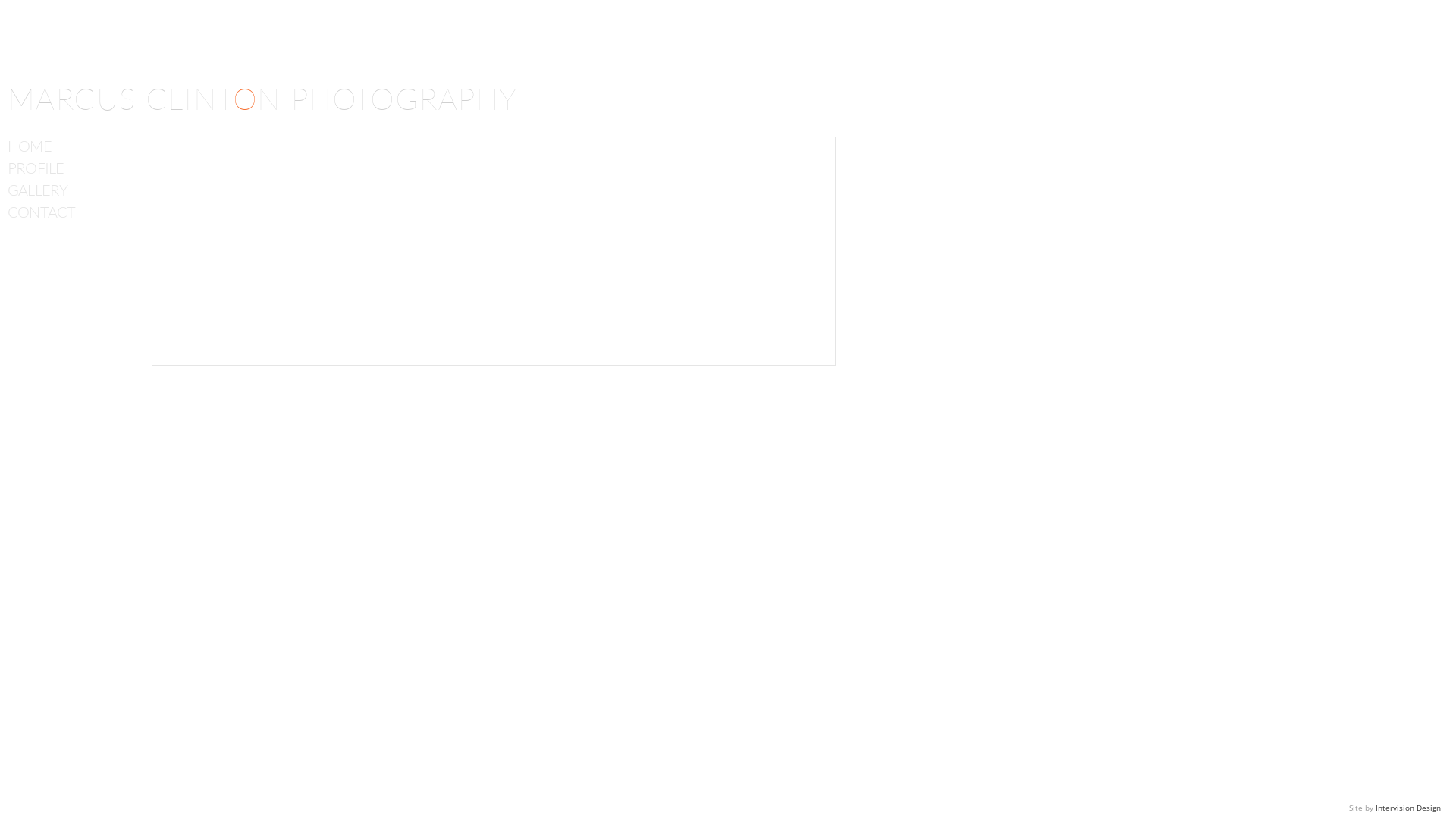  I want to click on 'CONTACT', so click(75, 212).